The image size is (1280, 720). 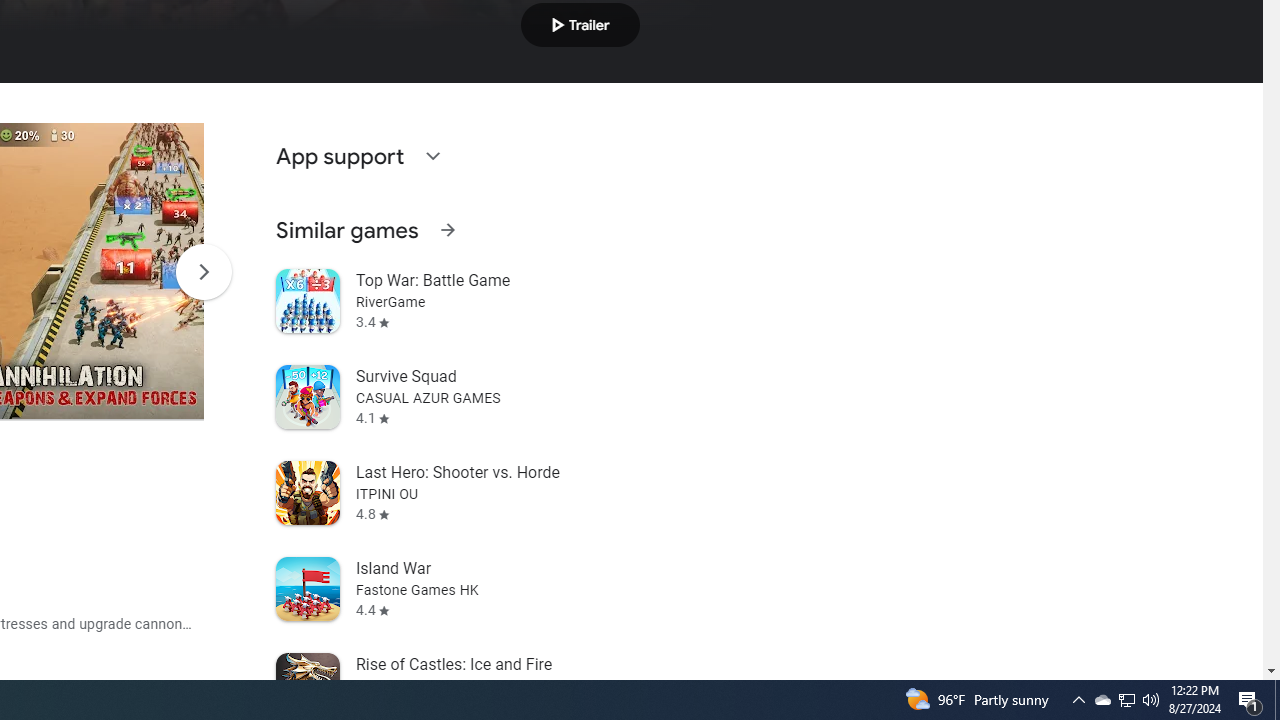 I want to click on 'Expand', so click(x=431, y=154).